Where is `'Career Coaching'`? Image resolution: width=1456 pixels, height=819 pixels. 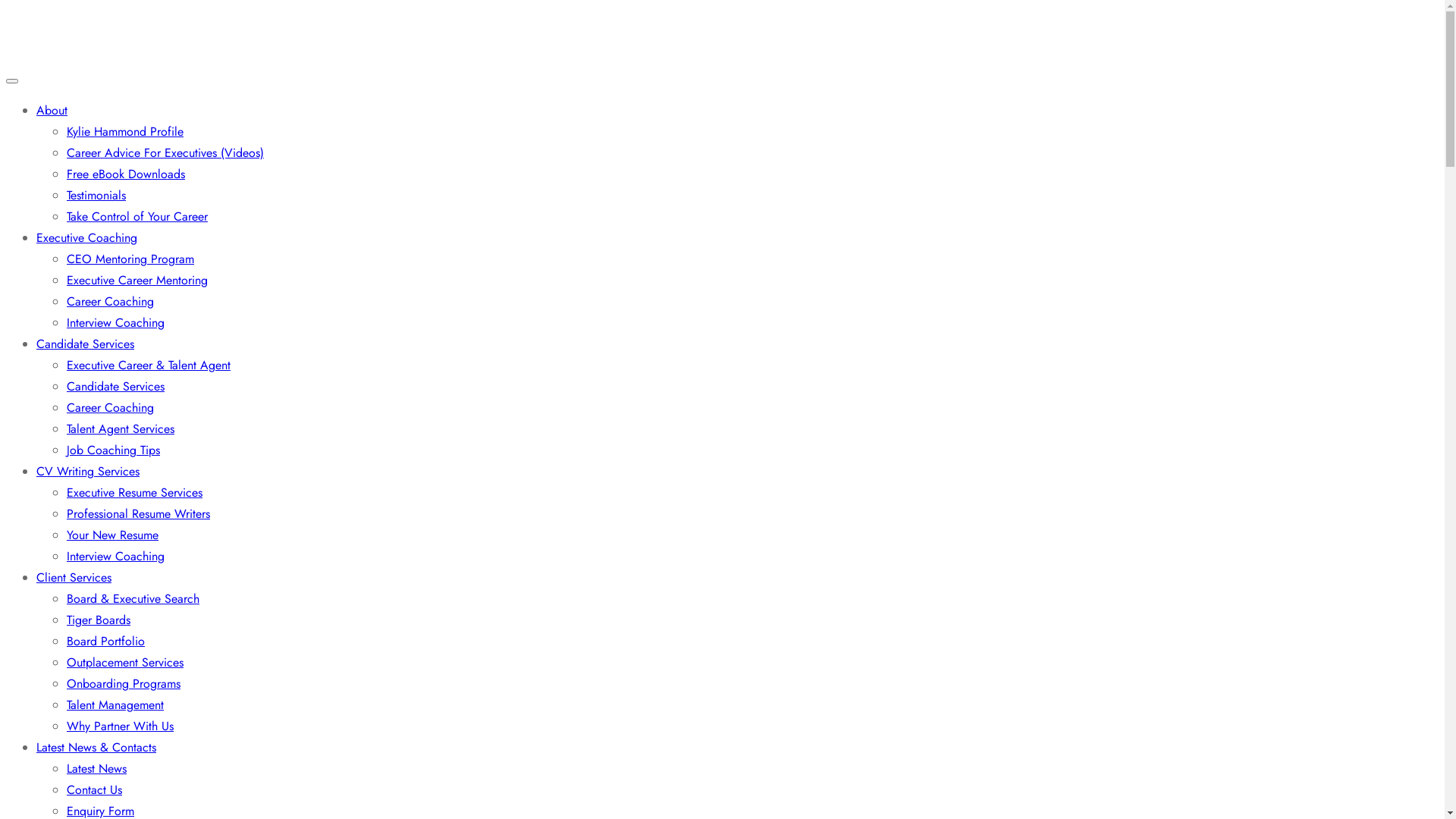
'Career Coaching' is located at coordinates (109, 301).